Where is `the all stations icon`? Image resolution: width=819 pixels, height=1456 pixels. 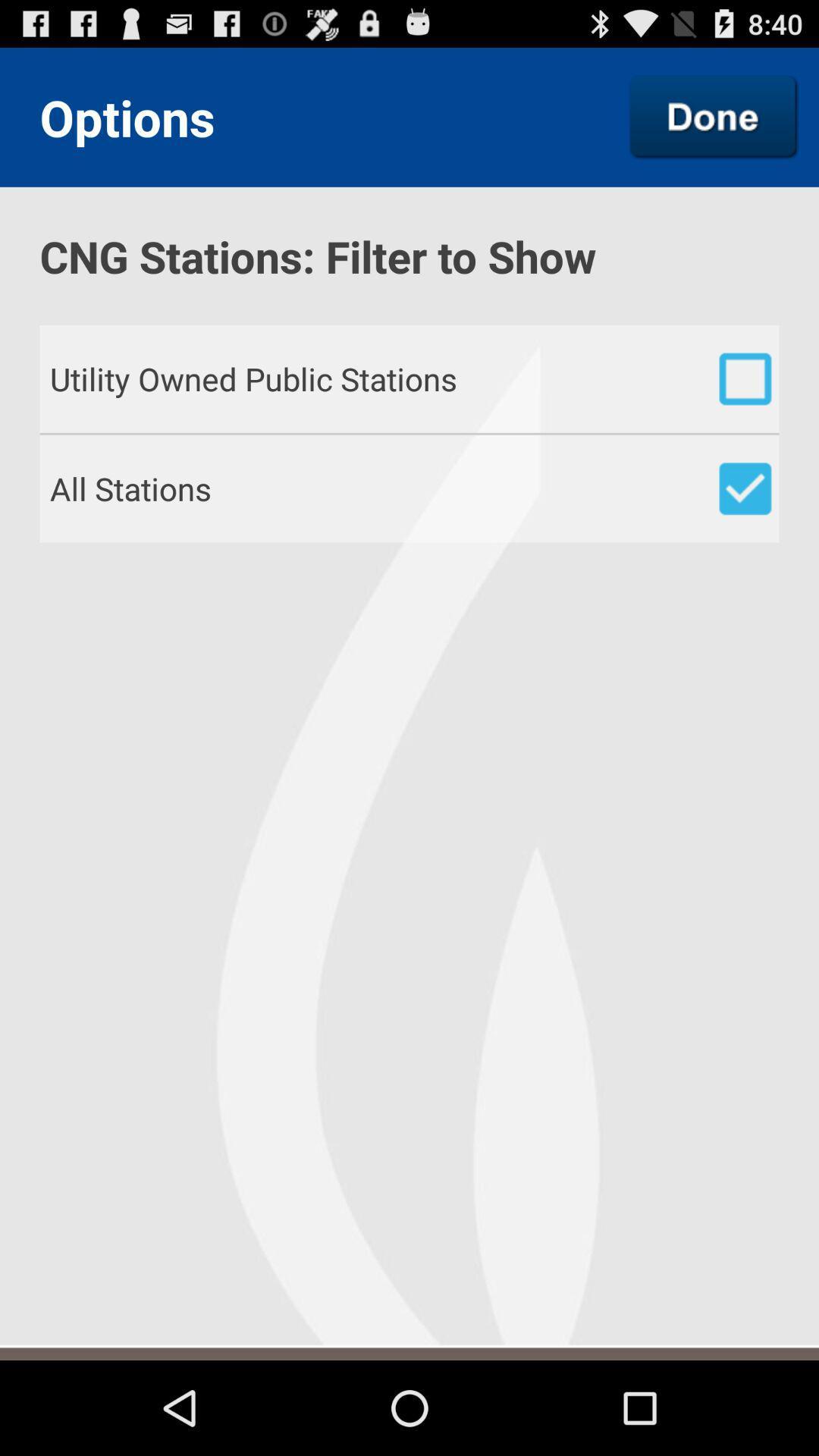
the all stations icon is located at coordinates (414, 488).